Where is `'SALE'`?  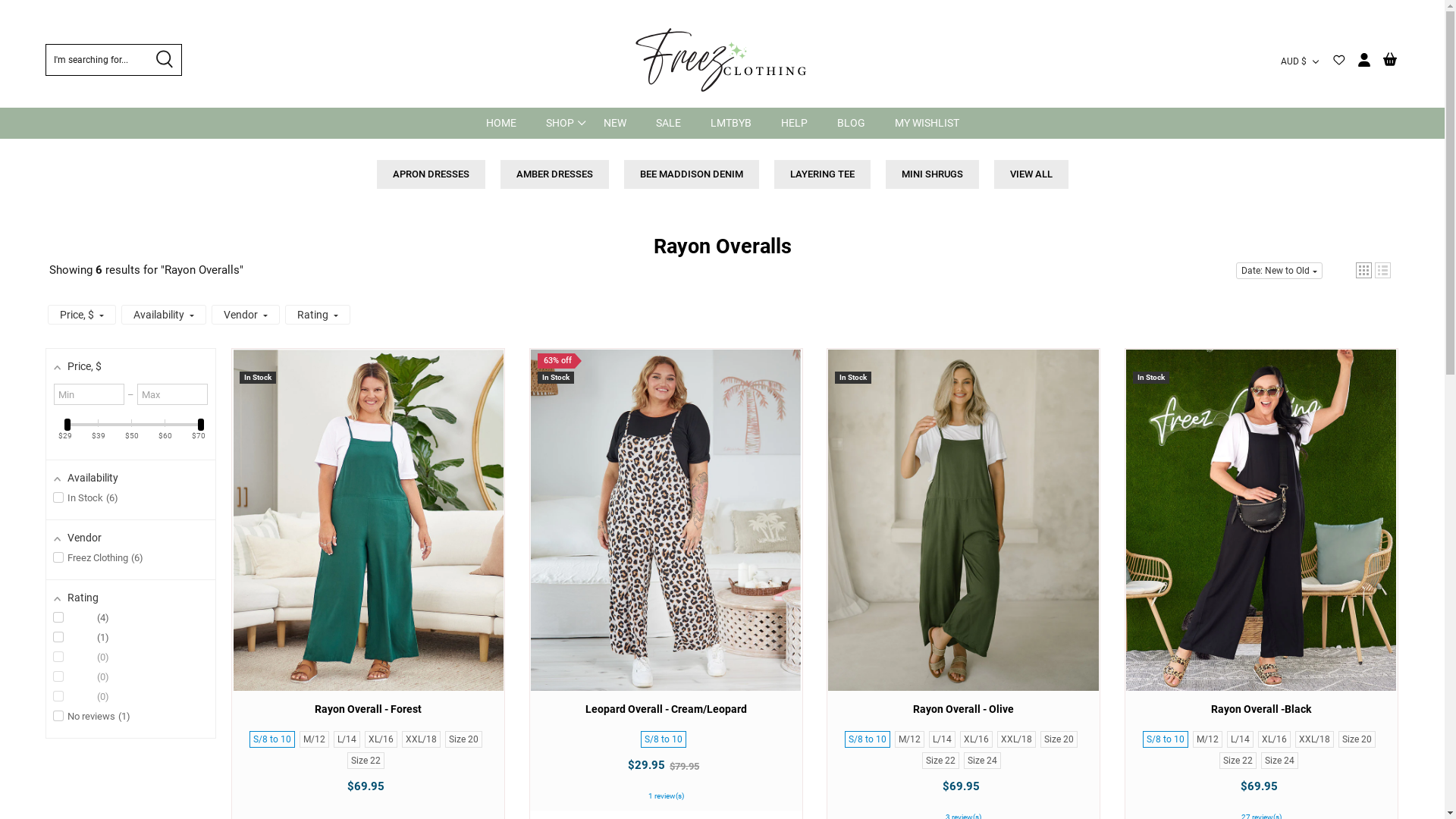 'SALE' is located at coordinates (667, 122).